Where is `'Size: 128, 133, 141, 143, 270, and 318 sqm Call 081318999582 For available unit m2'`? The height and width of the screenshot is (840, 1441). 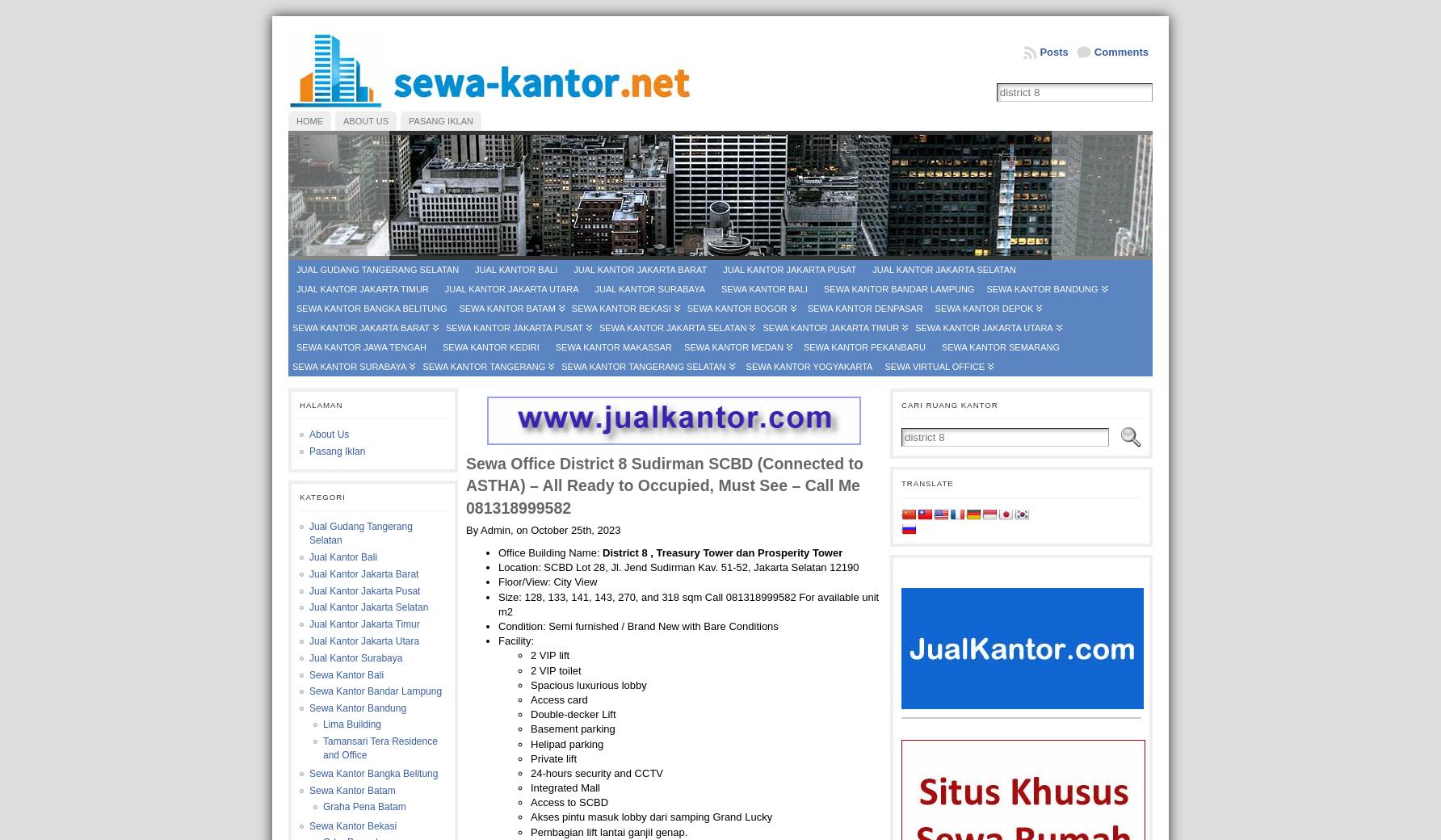 'Size: 128, 133, 141, 143, 270, and 318 sqm Call 081318999582 For available unit m2' is located at coordinates (687, 603).